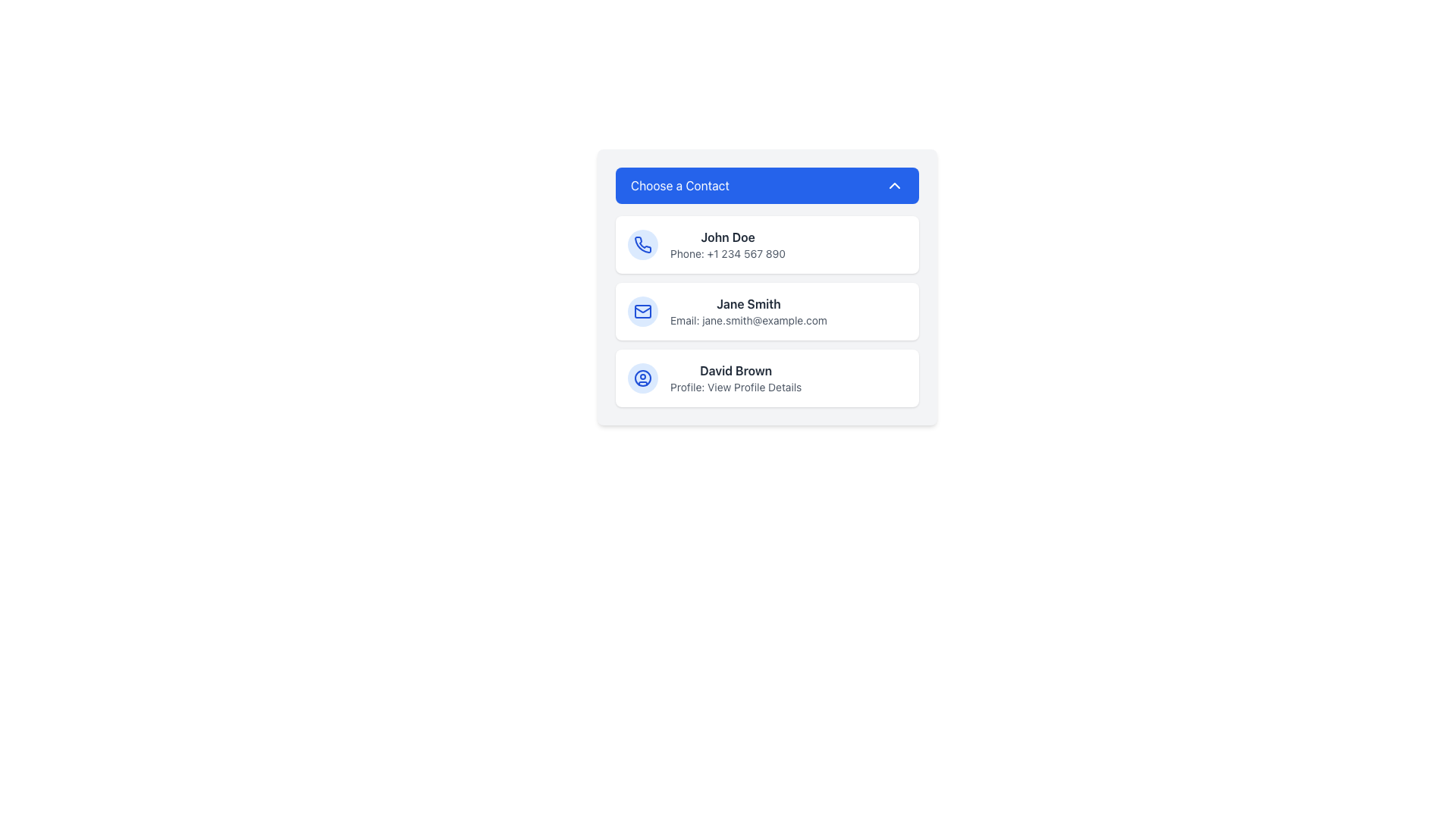 This screenshot has width=1456, height=819. Describe the element at coordinates (643, 377) in the screenshot. I see `the user profile icon, which is a blue circular graphic with a white stylized representation of a person's head and shoulders, located within the third item of a centered card` at that location.